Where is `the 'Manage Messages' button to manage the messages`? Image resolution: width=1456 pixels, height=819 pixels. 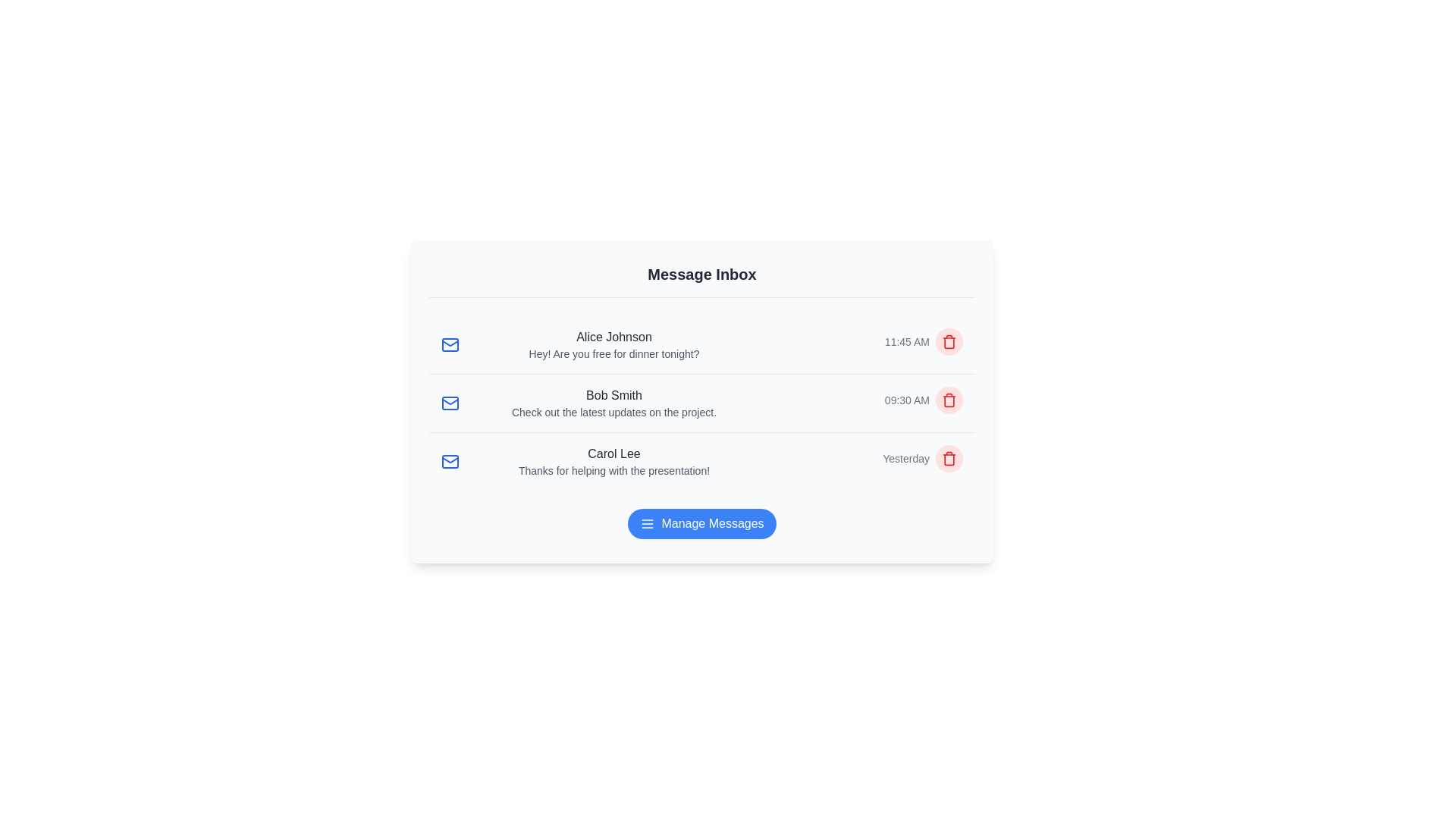
the 'Manage Messages' button to manage the messages is located at coordinates (701, 522).